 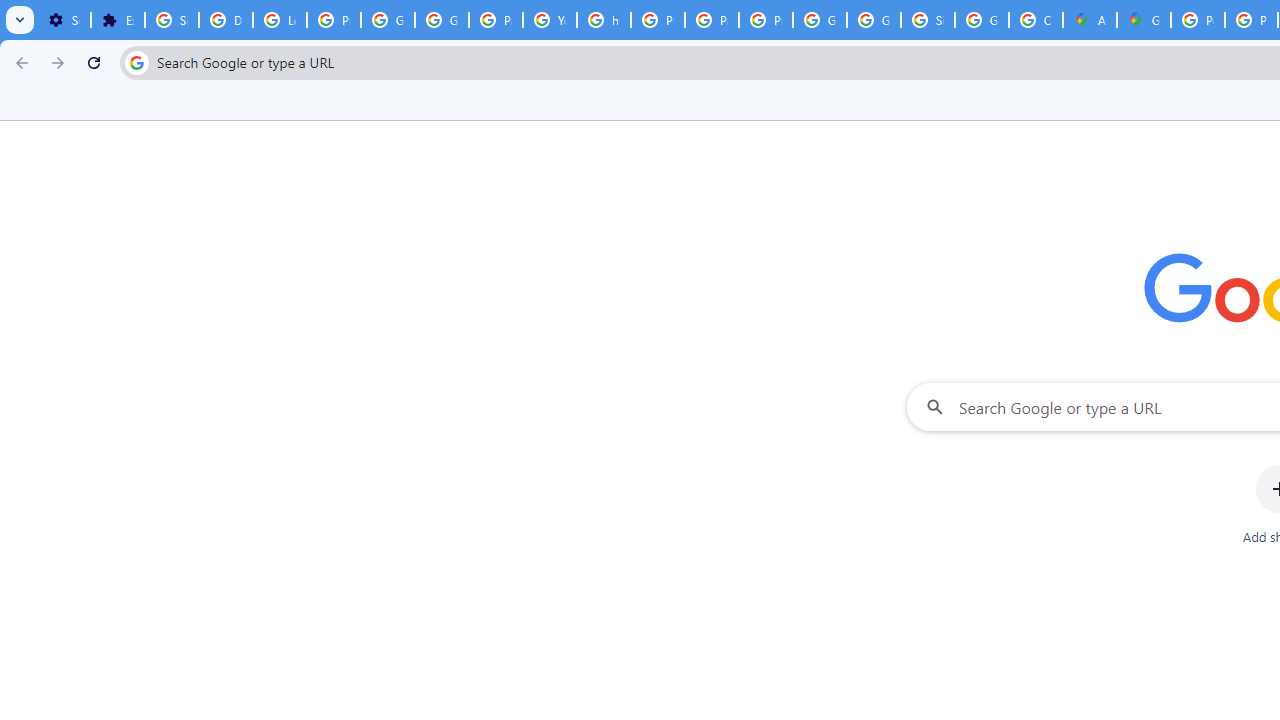 What do you see at coordinates (657, 20) in the screenshot?
I see `'Privacy Help Center - Policies Help'` at bounding box center [657, 20].